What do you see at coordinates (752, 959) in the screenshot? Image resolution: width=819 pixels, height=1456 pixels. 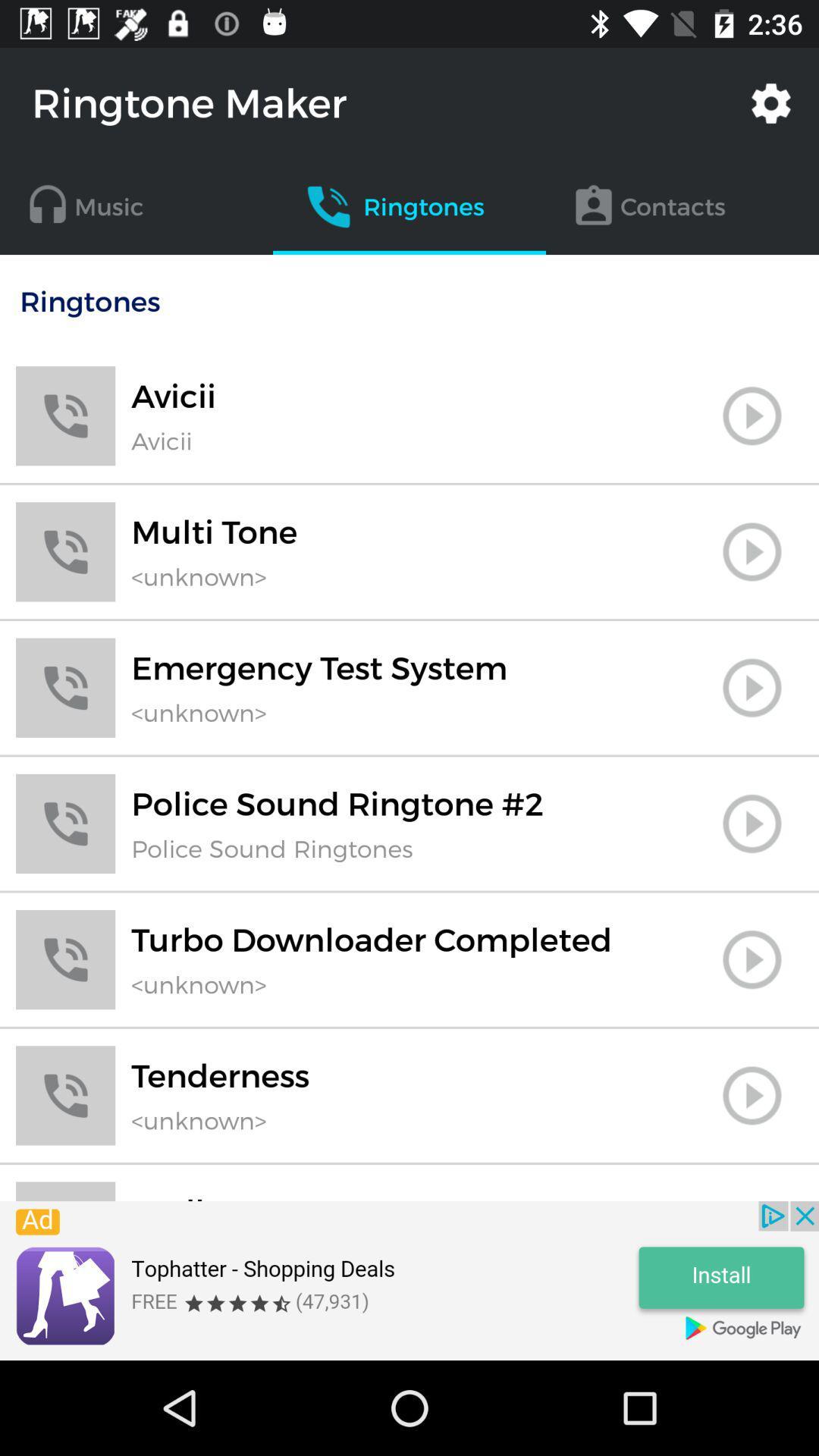 I see `ringtone` at bounding box center [752, 959].